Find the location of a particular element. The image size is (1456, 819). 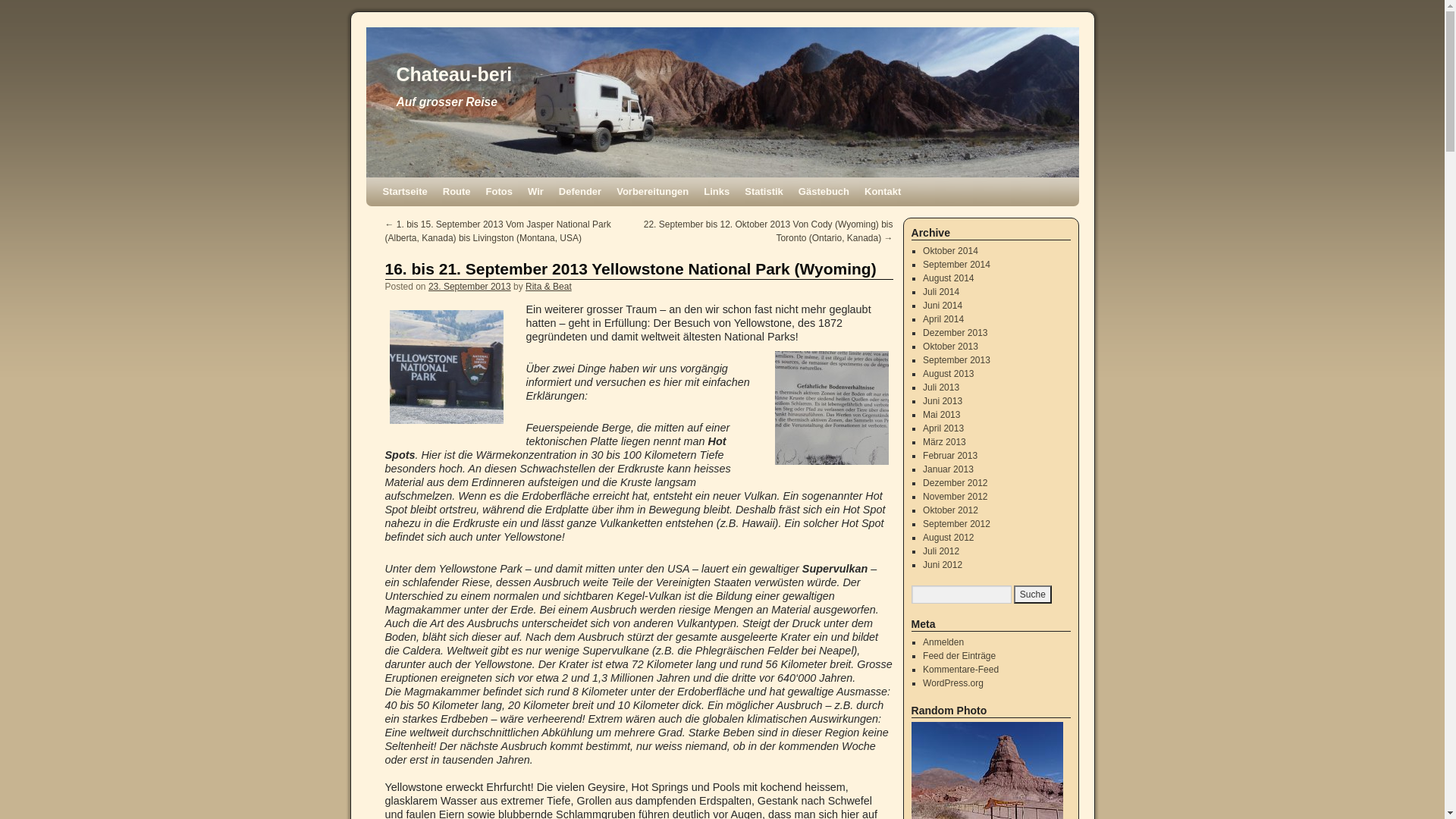

'Juli 2014' is located at coordinates (940, 292).